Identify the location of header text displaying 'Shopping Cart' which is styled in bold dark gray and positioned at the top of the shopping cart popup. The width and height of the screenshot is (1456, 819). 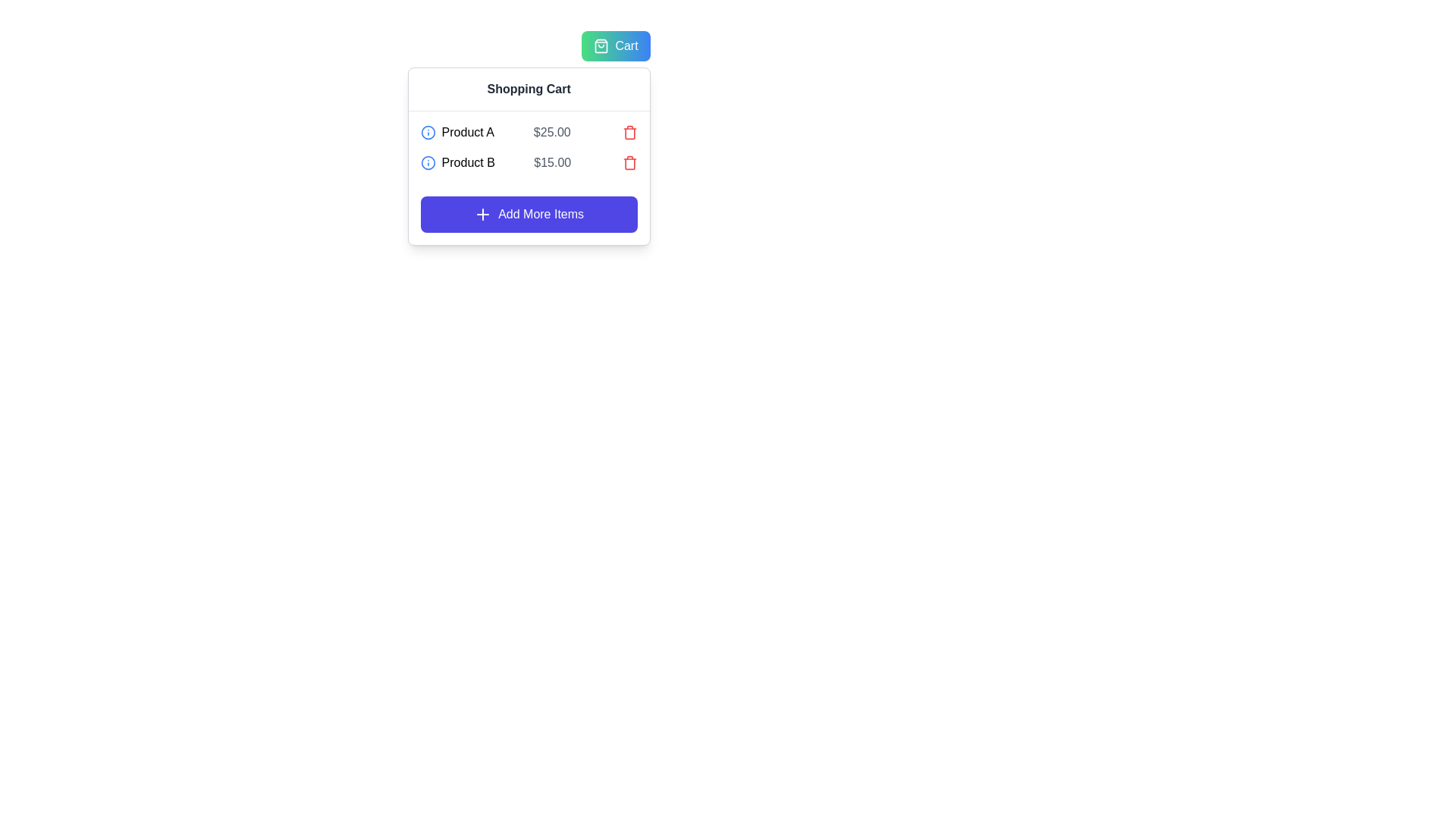
(529, 89).